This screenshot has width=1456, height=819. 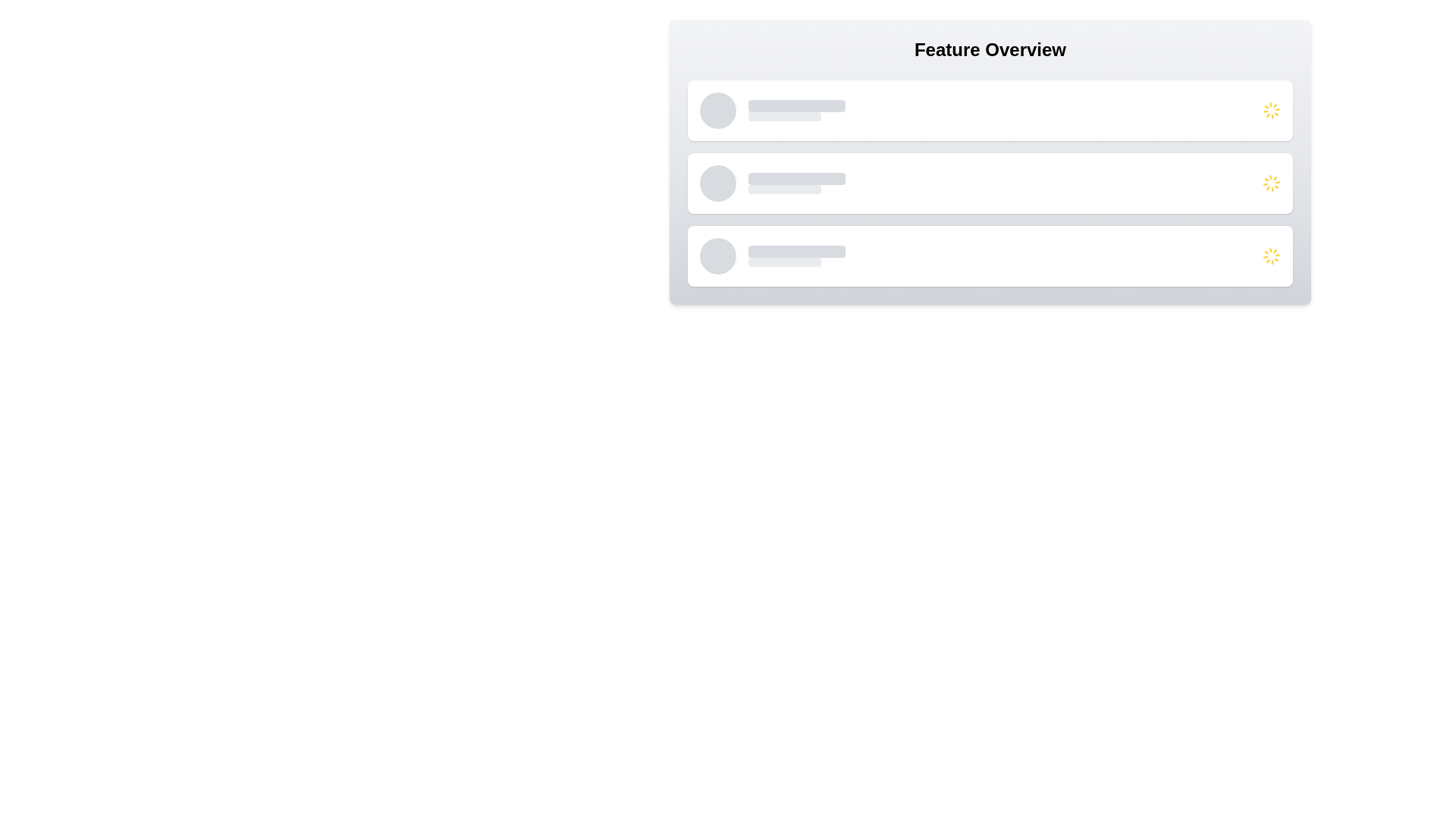 I want to click on the third visible loading indicator in the vertical list of outlined cards, which features a light gray bar with rounded edges, so click(x=1005, y=256).